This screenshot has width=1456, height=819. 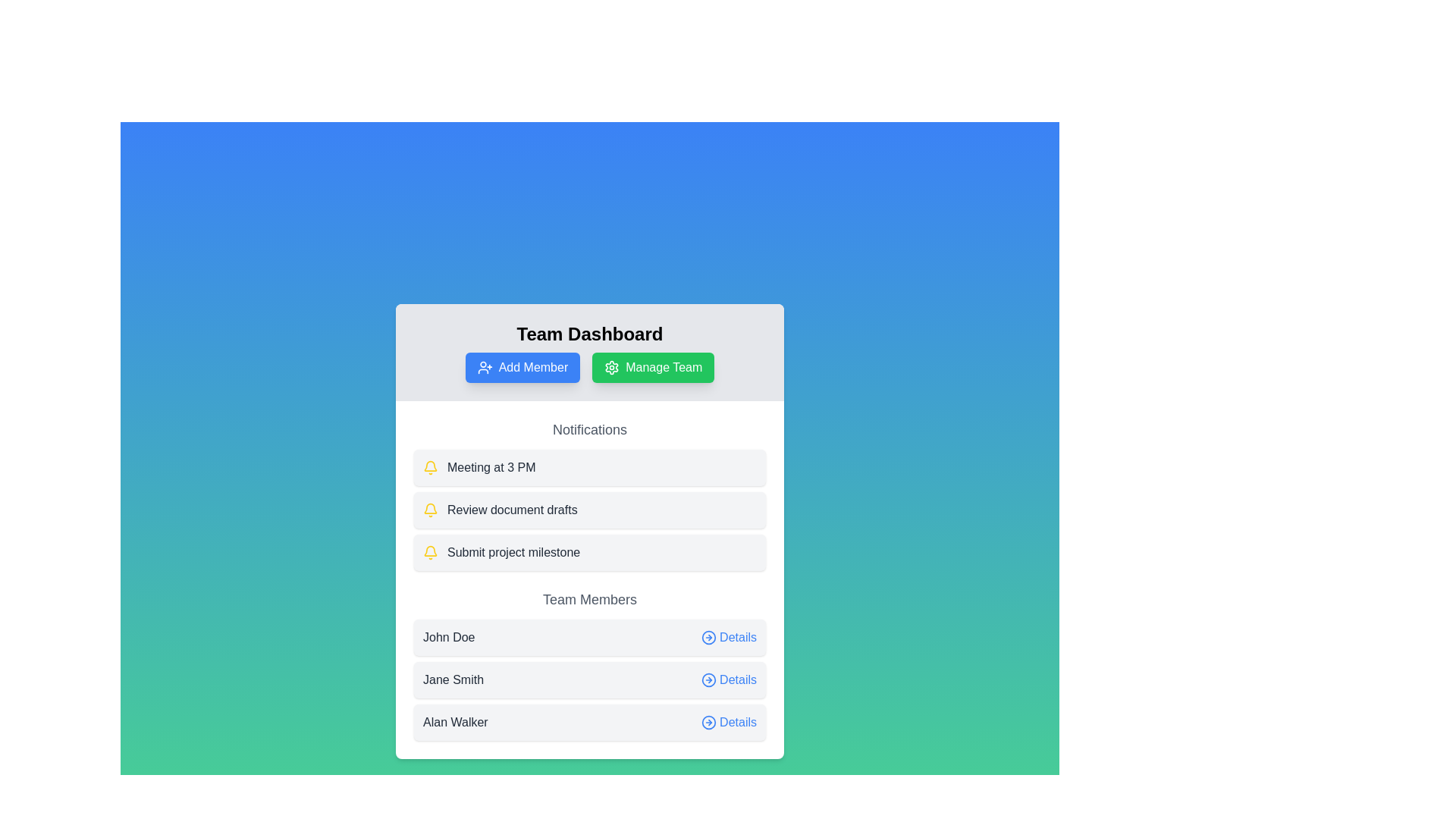 What do you see at coordinates (513, 553) in the screenshot?
I see `the text label displaying 'Submit project milestone', which is the third notification item in the 'Notifications' section and is visually aligned with a notification bell icon to its left` at bounding box center [513, 553].